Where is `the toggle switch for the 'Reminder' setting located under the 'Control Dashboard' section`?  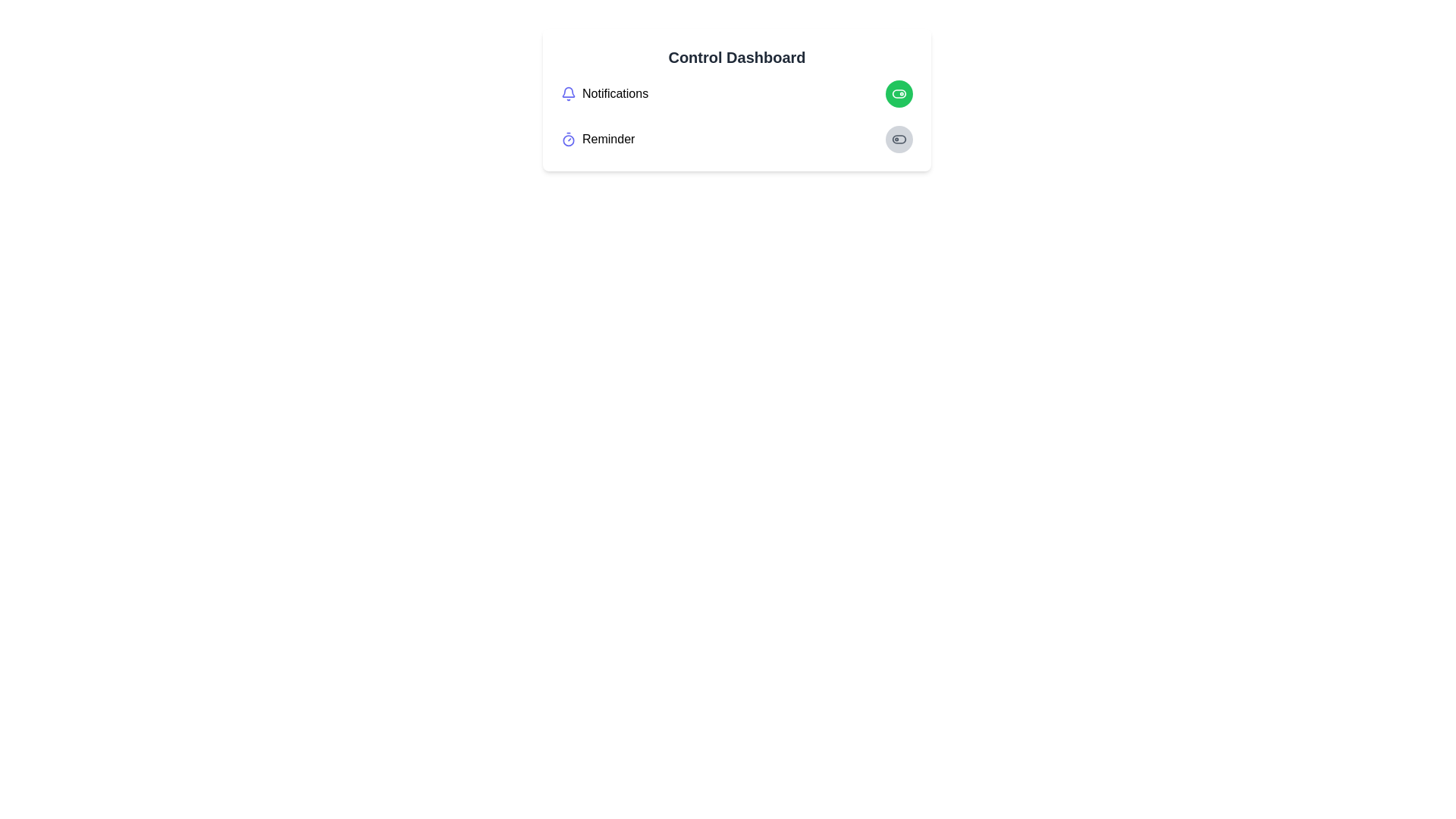 the toggle switch for the 'Reminder' setting located under the 'Control Dashboard' section is located at coordinates (736, 140).